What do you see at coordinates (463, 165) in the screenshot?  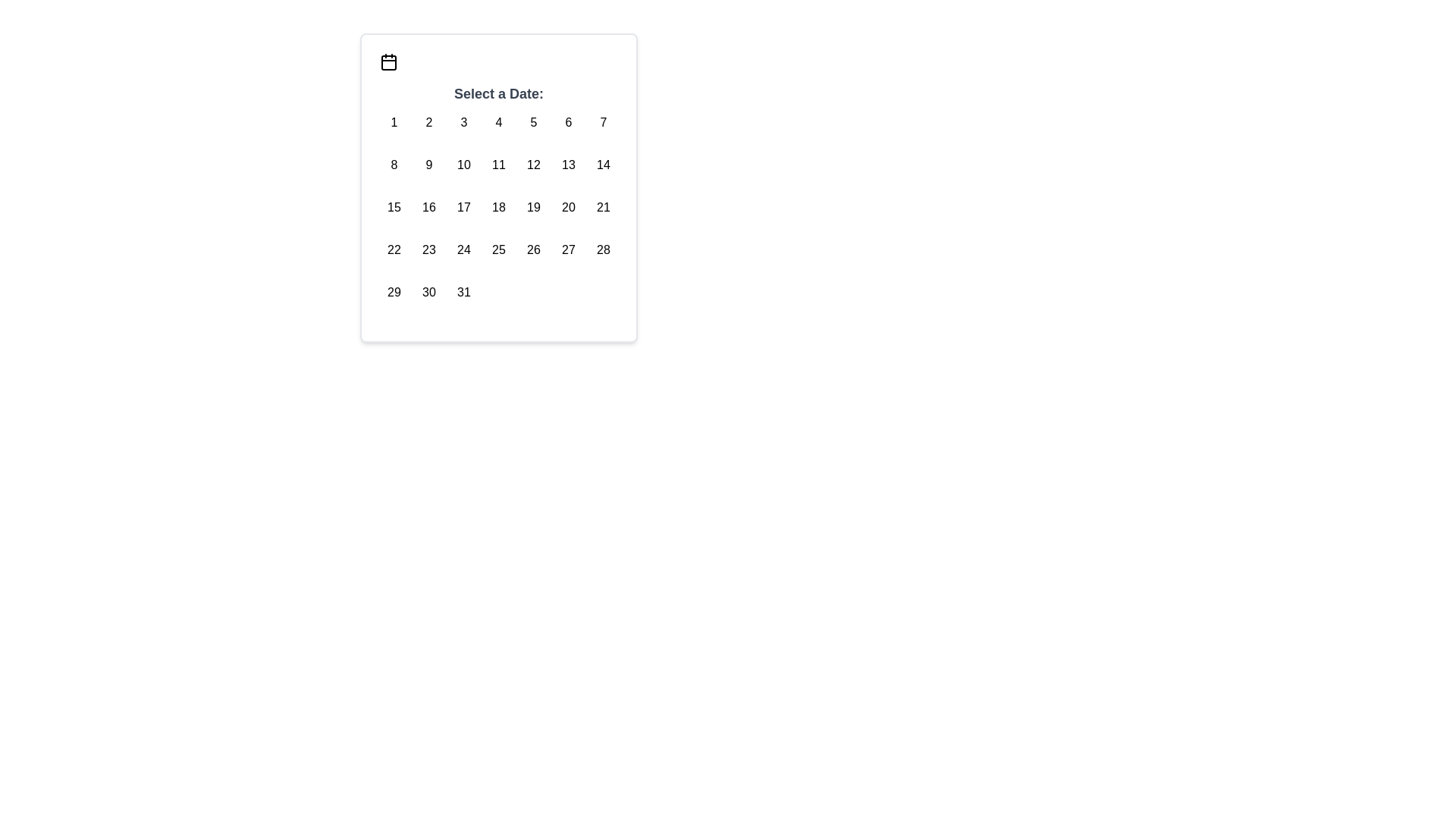 I see `the circular button labeled '10' in the middle column of the second row of the calendar grid` at bounding box center [463, 165].